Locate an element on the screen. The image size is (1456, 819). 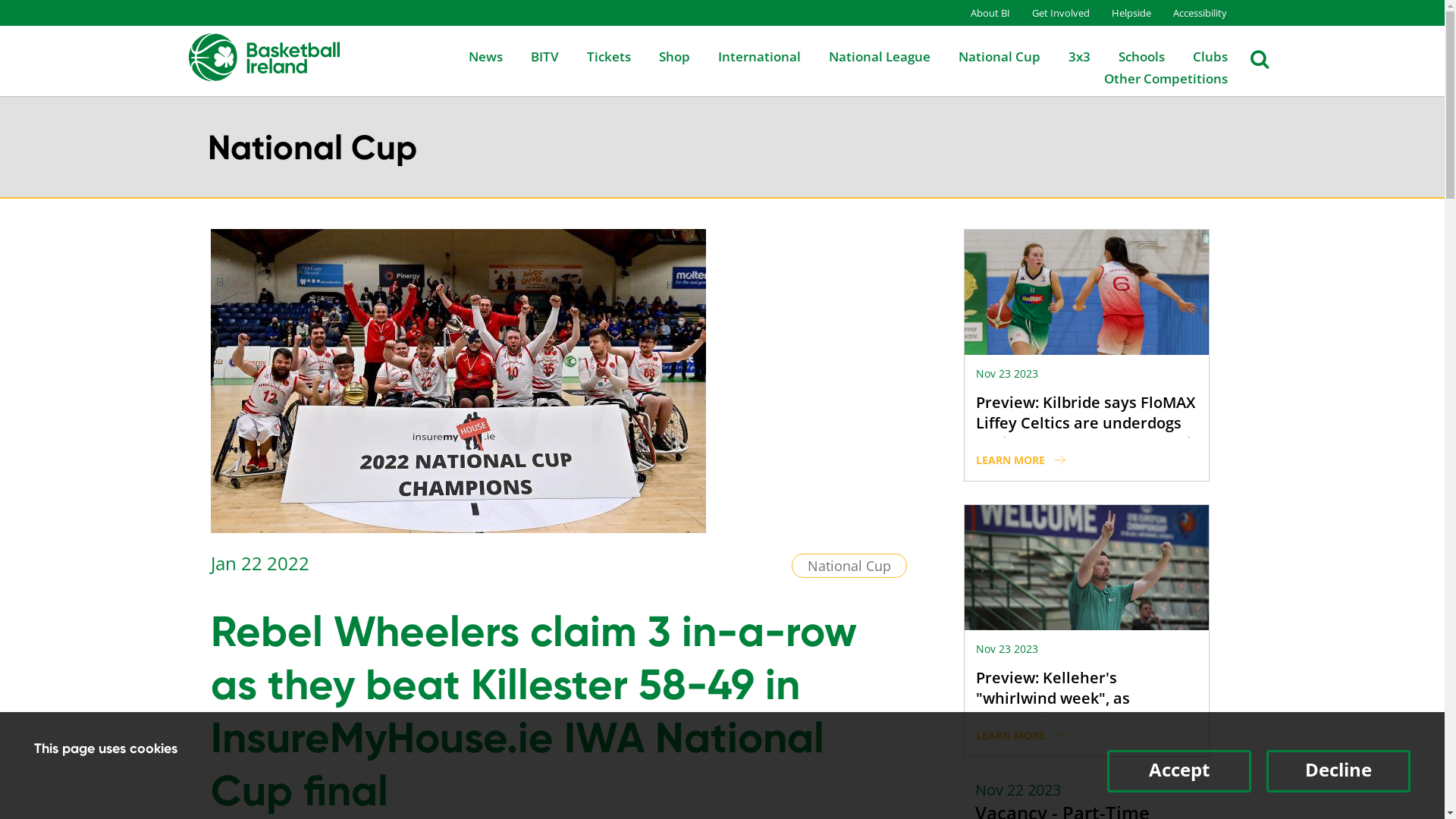
'BITV' is located at coordinates (532, 55).